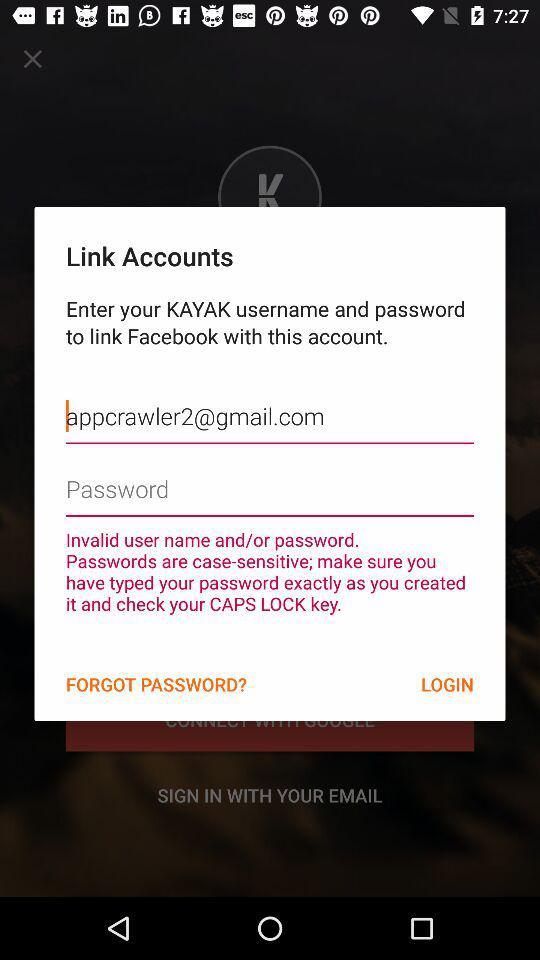  What do you see at coordinates (270, 474) in the screenshot?
I see `password` at bounding box center [270, 474].